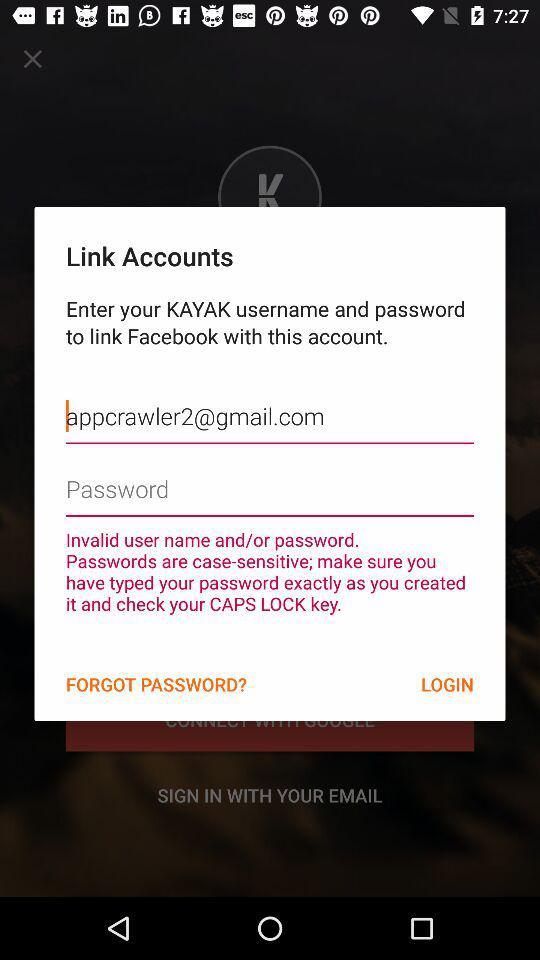  What do you see at coordinates (270, 474) in the screenshot?
I see `password` at bounding box center [270, 474].